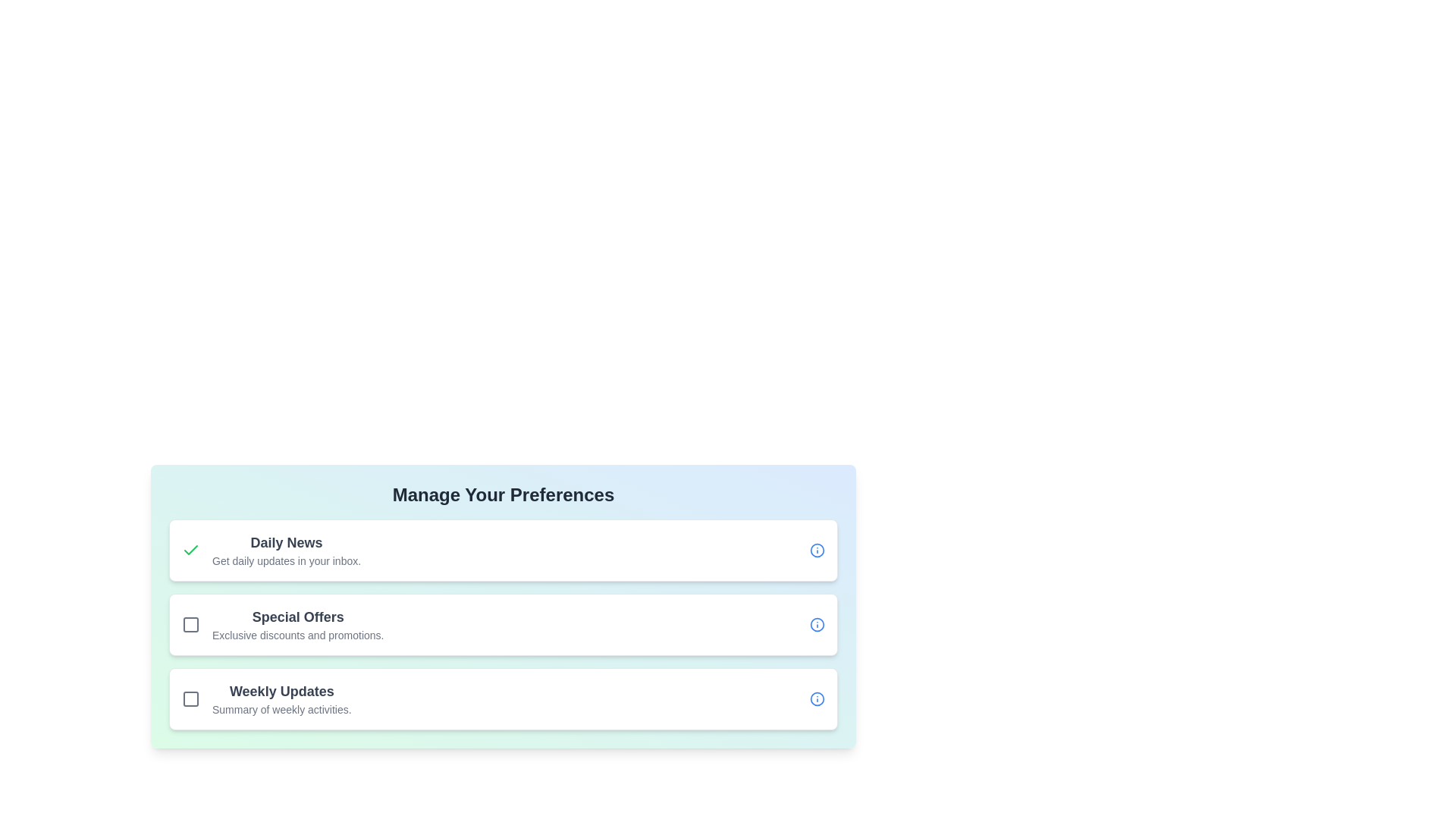  Describe the element at coordinates (190, 625) in the screenshot. I see `the gray outlined square checkbox located before the text 'Special Offers'` at that location.